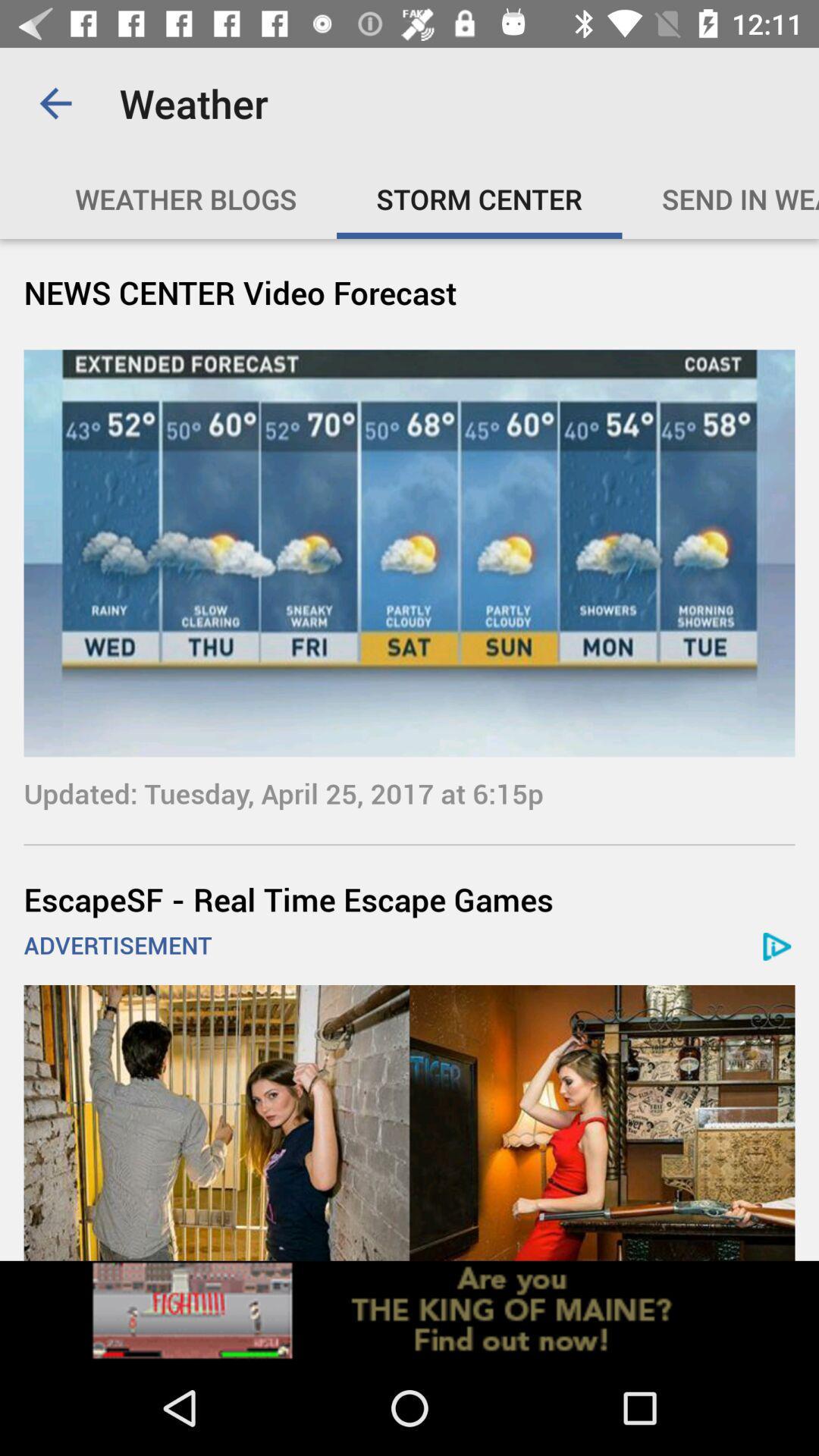 This screenshot has width=819, height=1456. What do you see at coordinates (409, 1310) in the screenshot?
I see `advertisement` at bounding box center [409, 1310].